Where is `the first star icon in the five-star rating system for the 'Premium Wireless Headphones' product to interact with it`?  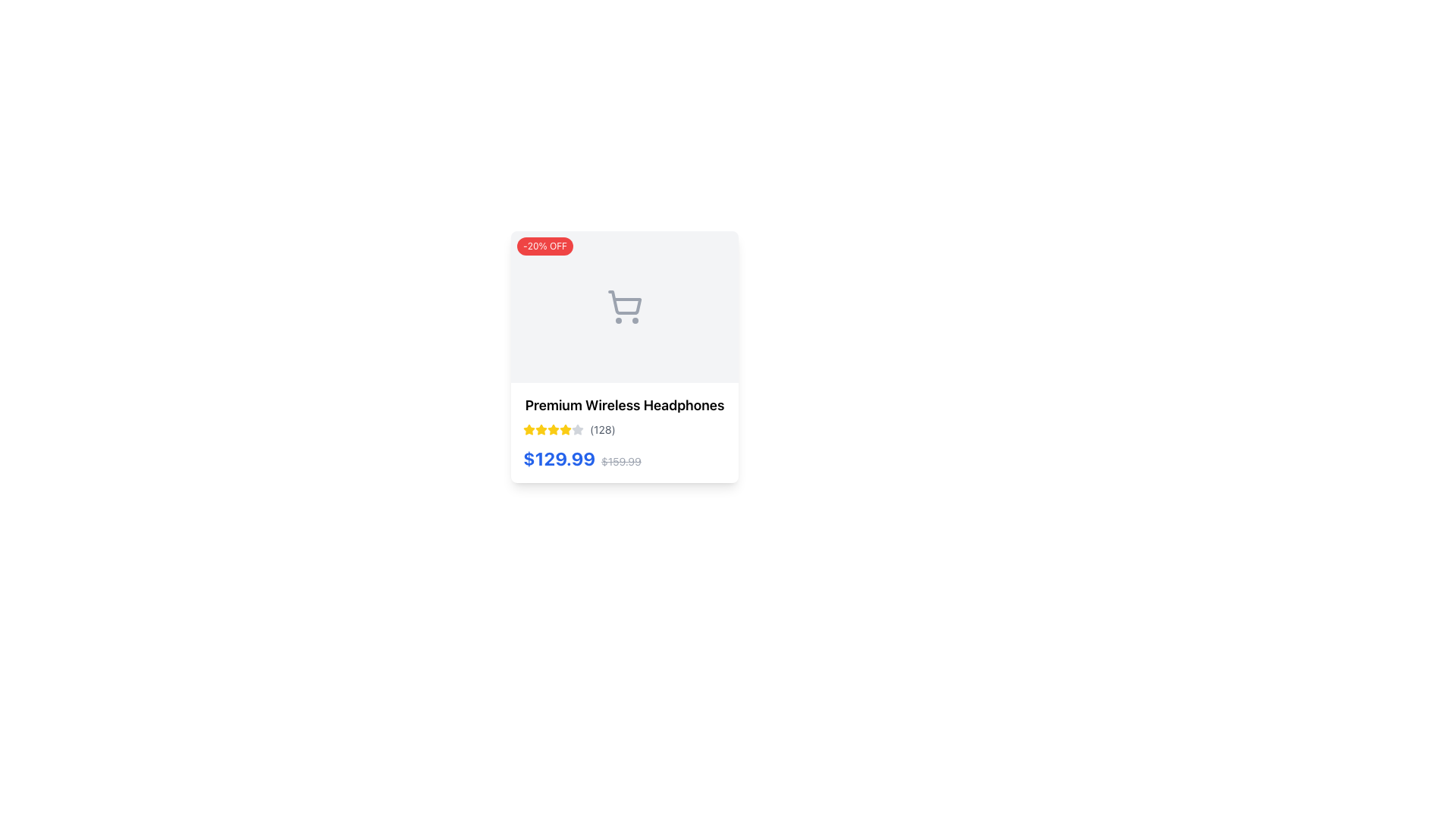
the first star icon in the five-star rating system for the 'Premium Wireless Headphones' product to interact with it is located at coordinates (529, 430).